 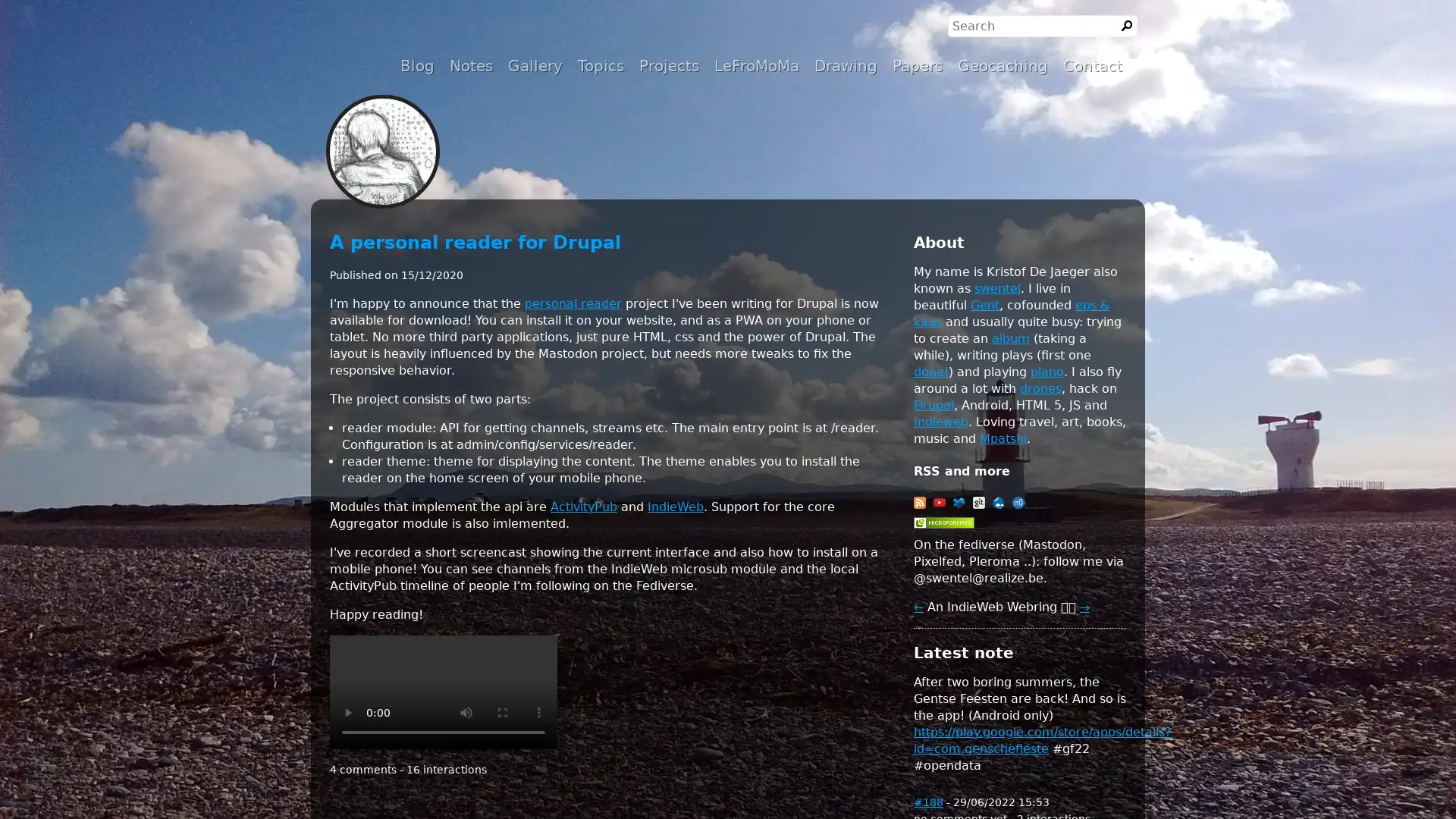 What do you see at coordinates (347, 711) in the screenshot?
I see `play` at bounding box center [347, 711].